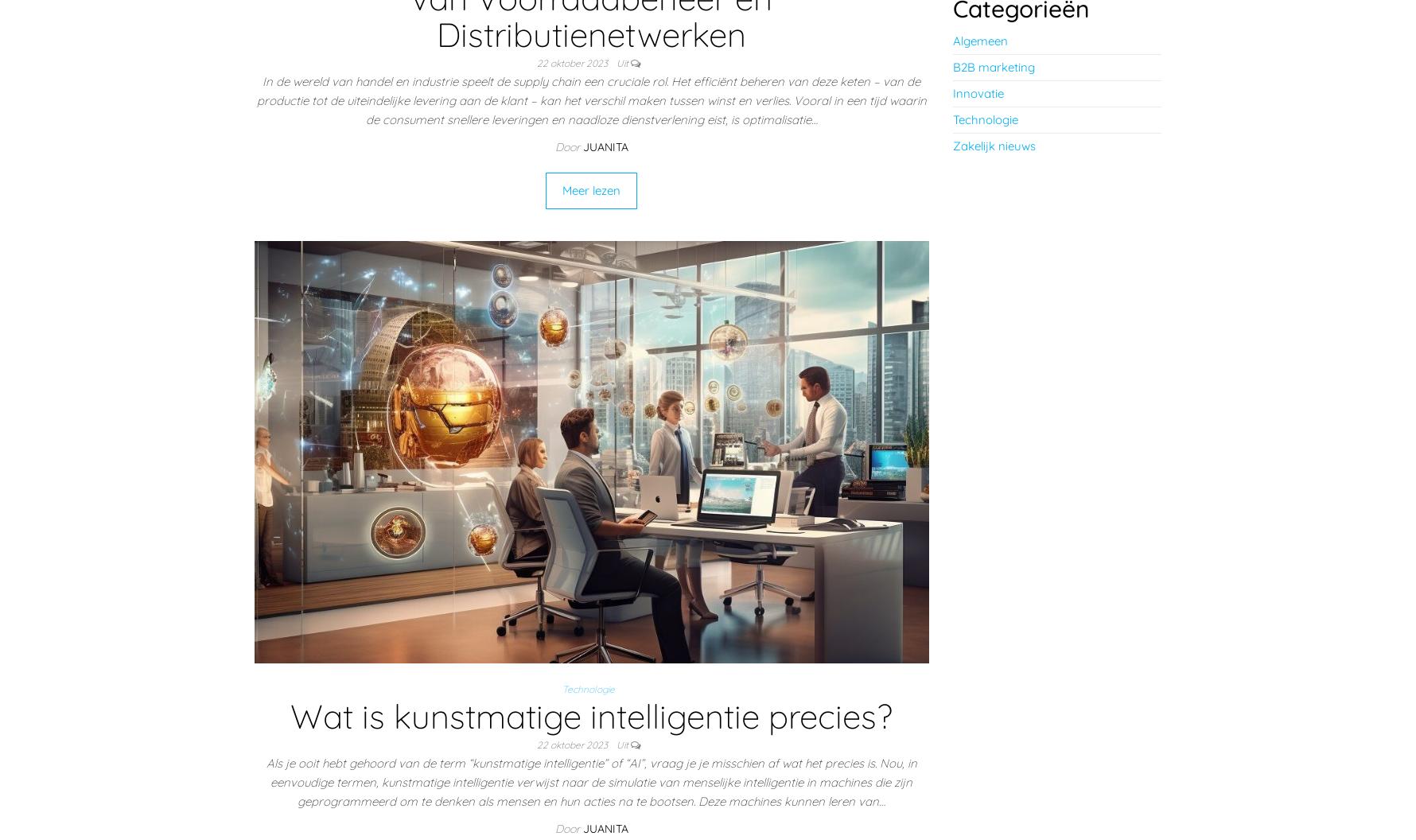  Describe the element at coordinates (952, 92) in the screenshot. I see `'Innovatie'` at that location.